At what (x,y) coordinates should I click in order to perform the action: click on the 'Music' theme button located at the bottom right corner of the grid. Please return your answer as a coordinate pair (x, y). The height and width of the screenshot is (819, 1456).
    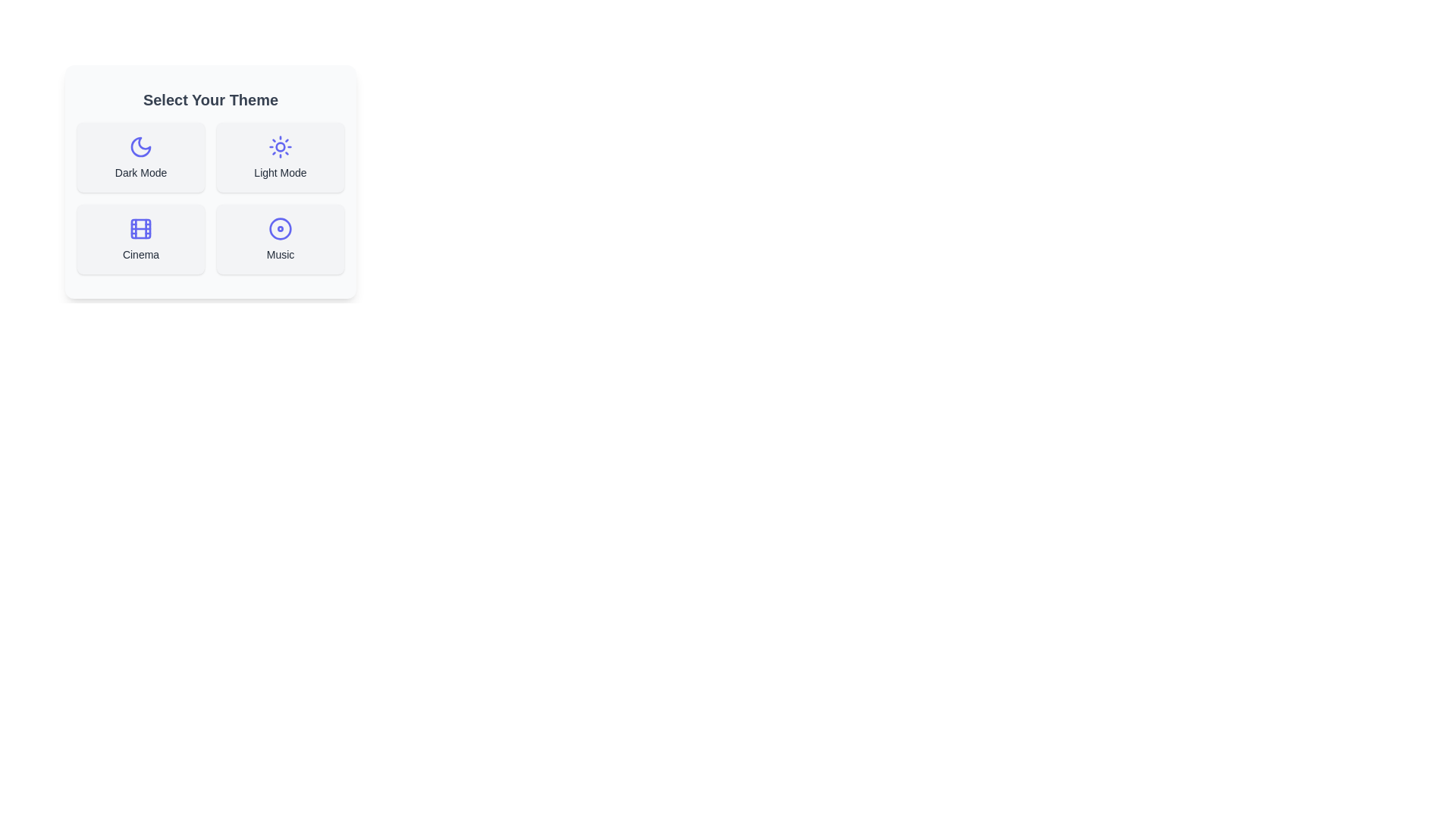
    Looking at the image, I should click on (280, 239).